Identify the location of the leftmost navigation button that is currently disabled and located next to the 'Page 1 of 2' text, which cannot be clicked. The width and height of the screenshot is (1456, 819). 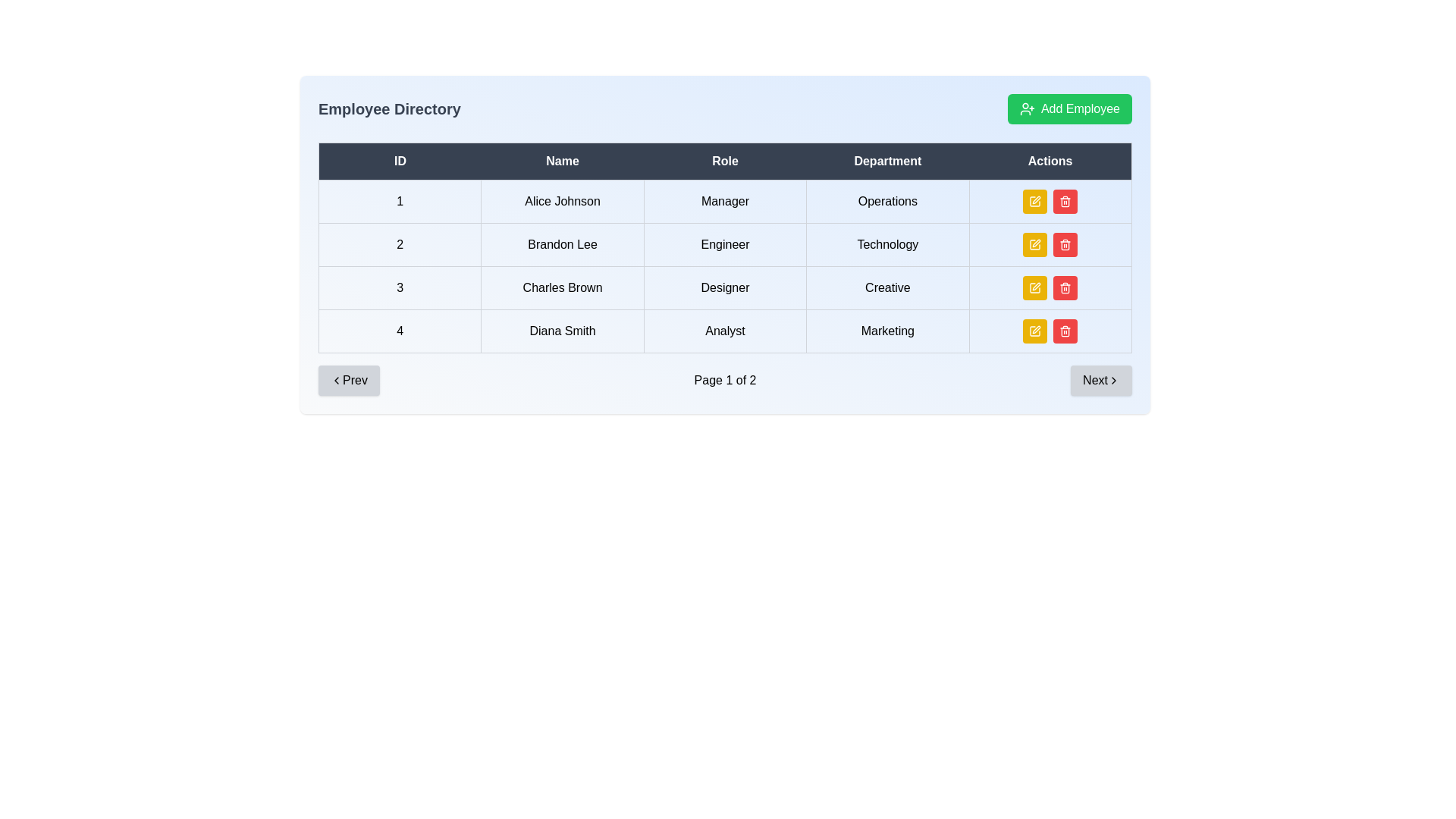
(348, 379).